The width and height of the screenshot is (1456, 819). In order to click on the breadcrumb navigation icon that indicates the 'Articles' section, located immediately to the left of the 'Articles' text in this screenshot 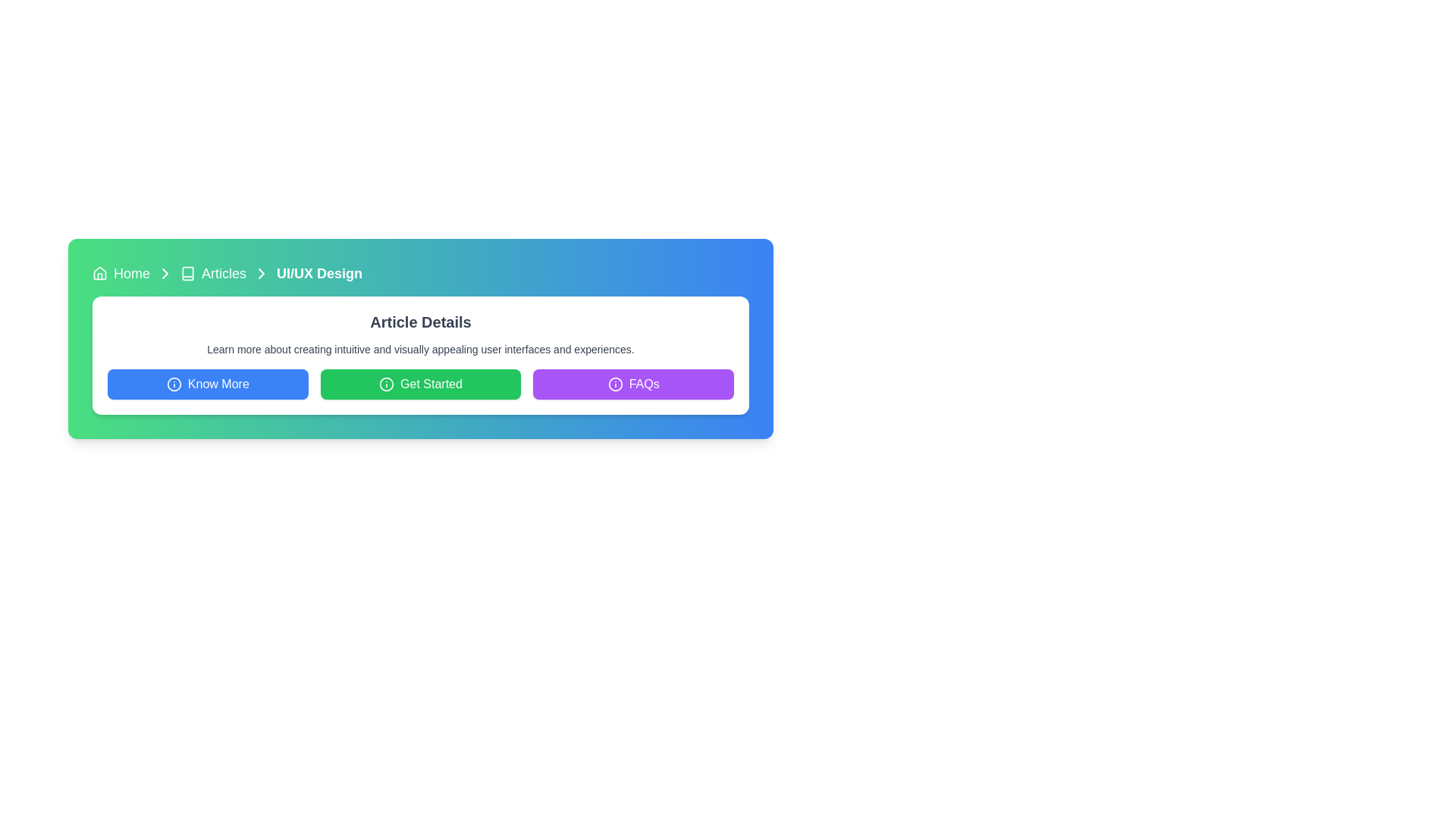, I will do `click(187, 274)`.